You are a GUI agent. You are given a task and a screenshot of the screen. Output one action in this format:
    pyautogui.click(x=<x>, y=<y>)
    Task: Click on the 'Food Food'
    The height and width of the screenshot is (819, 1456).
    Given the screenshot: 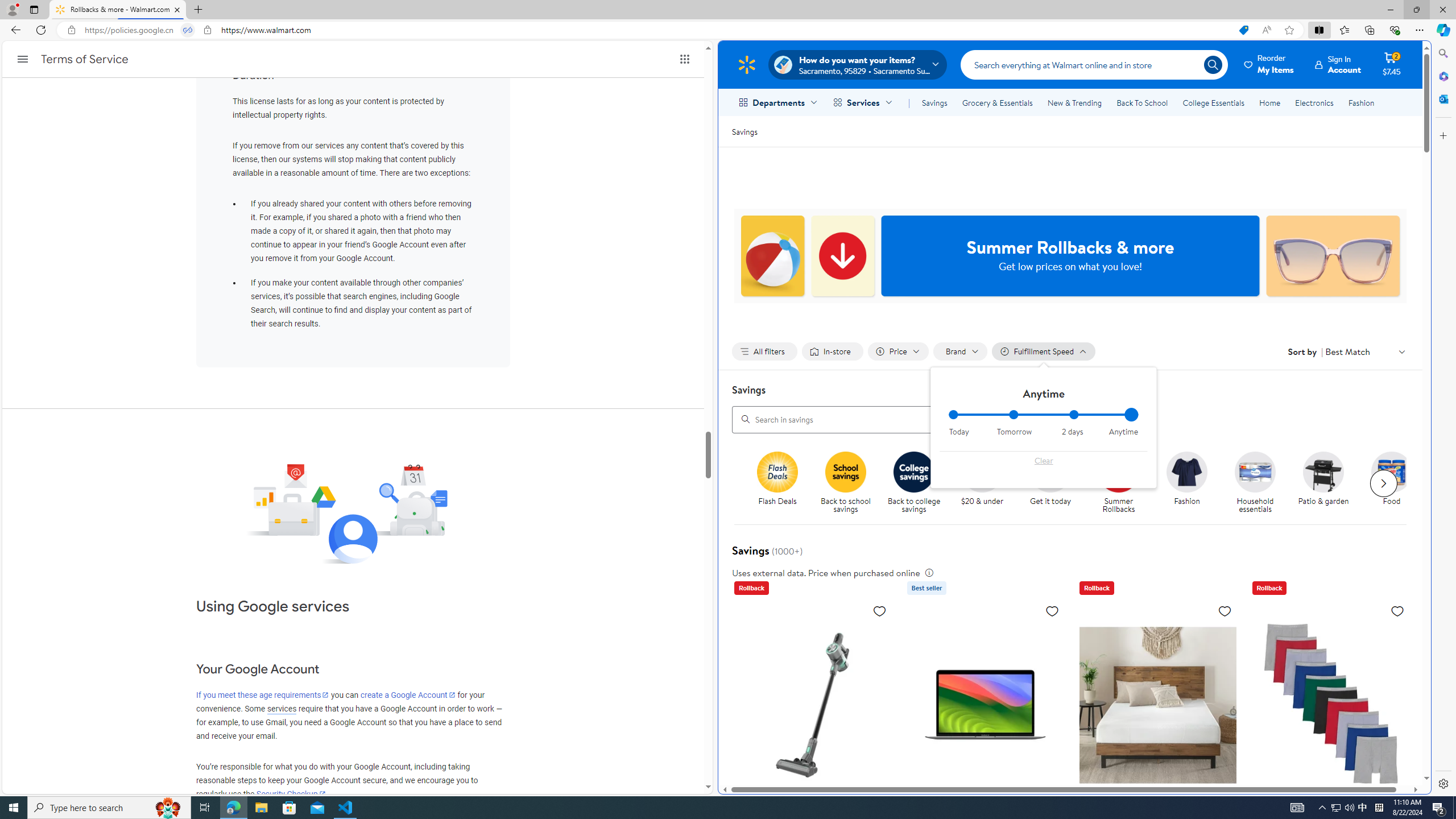 What is the action you would take?
    pyautogui.click(x=1391, y=479)
    